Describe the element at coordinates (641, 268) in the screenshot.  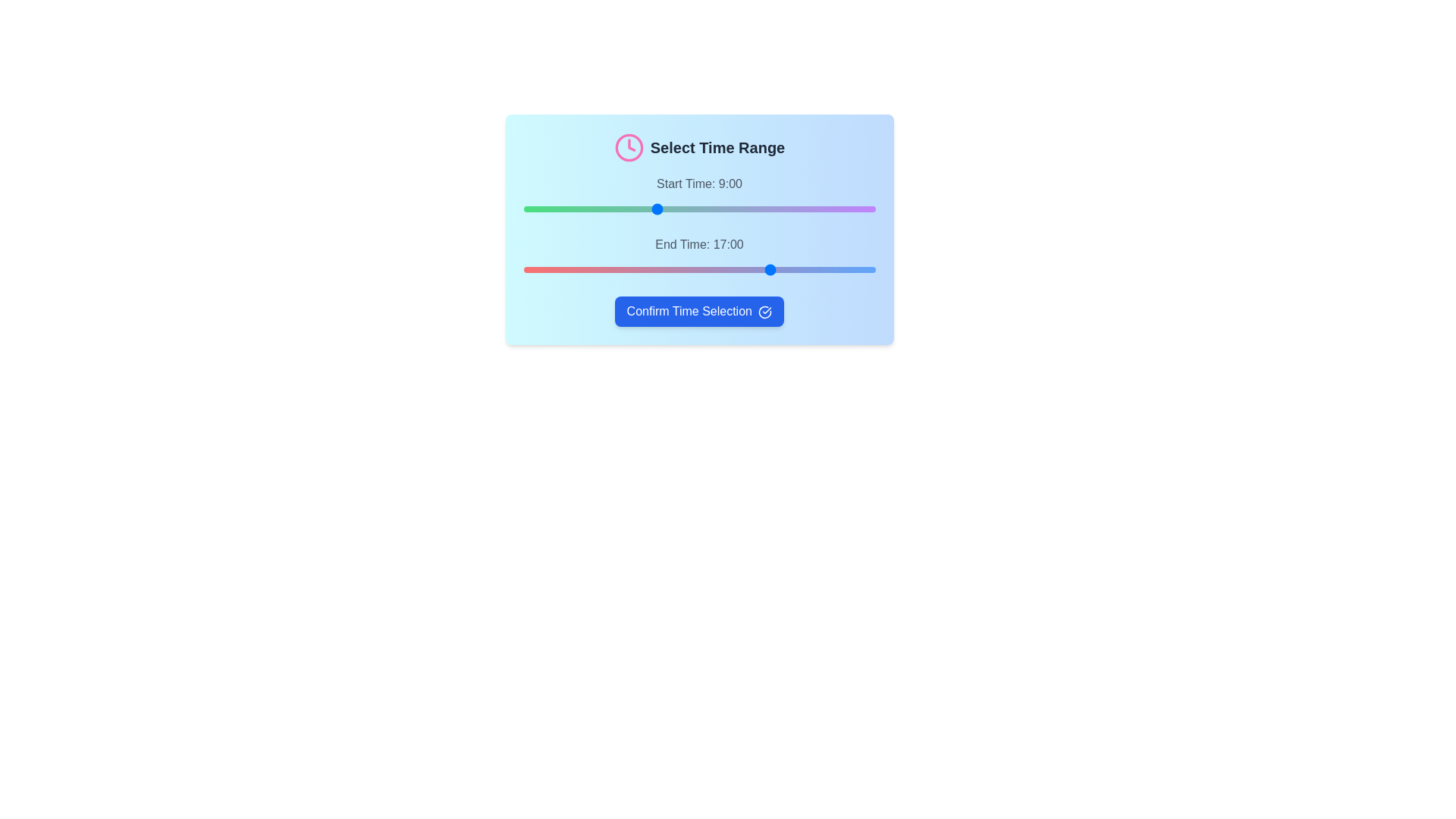
I see `the end time slider to 8 hours` at that location.